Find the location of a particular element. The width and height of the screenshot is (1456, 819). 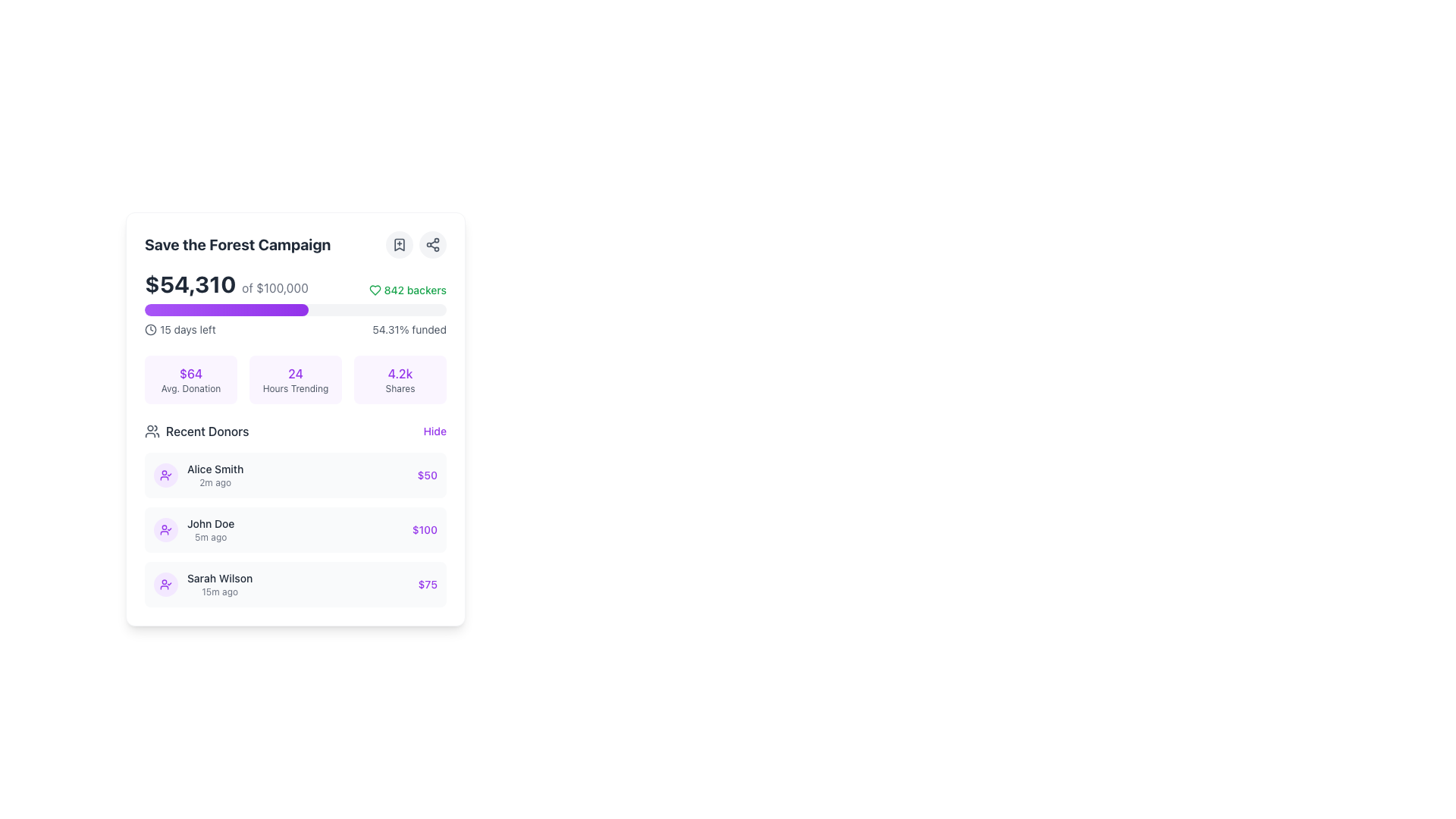

the Text label that indicates the section below it contains information about recent donors, located in the middle-left area of the card-like section, immediately to the right of a user group icon is located at coordinates (206, 431).